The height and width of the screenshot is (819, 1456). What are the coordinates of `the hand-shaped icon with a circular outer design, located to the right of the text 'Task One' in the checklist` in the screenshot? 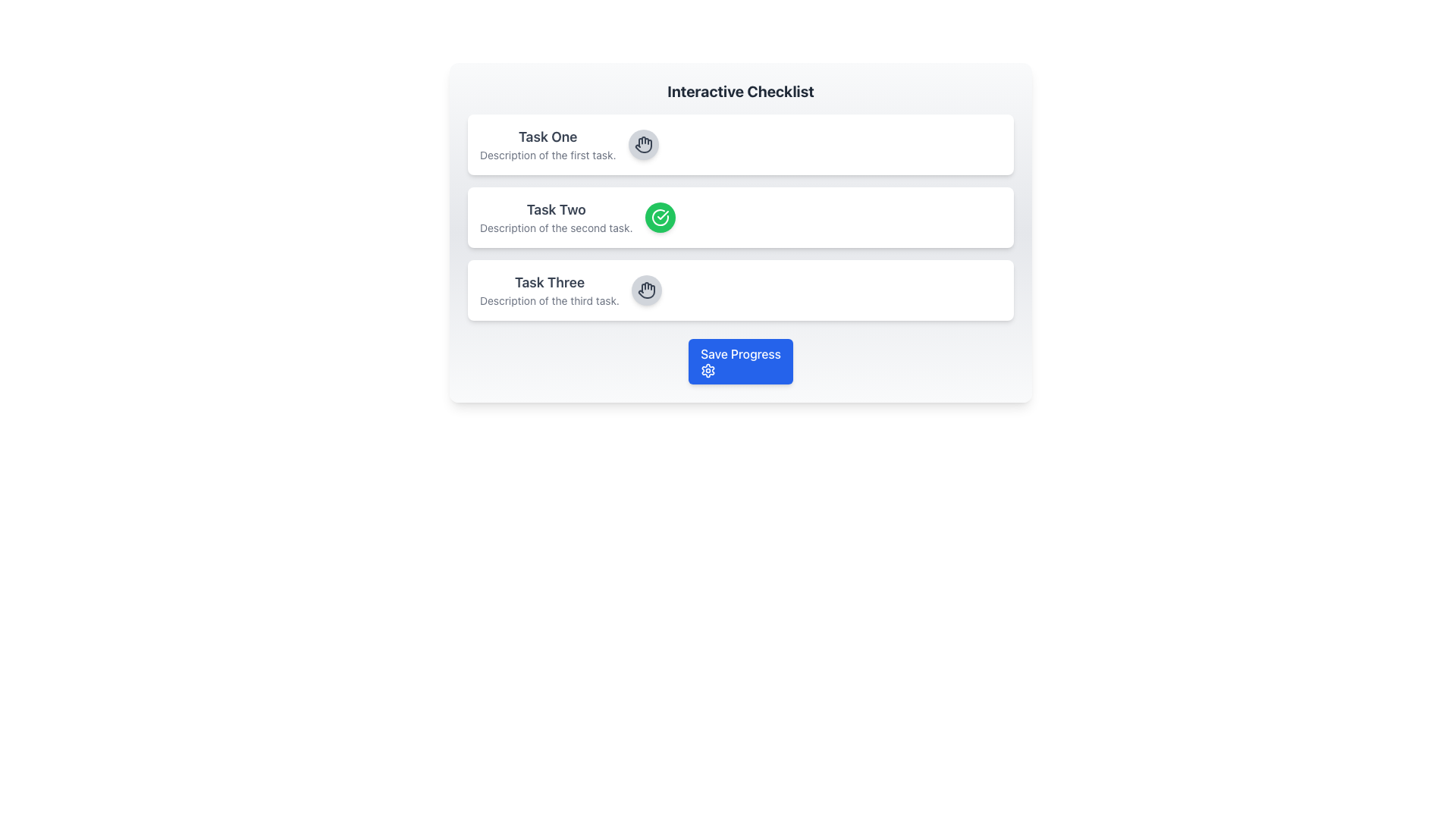 It's located at (647, 290).